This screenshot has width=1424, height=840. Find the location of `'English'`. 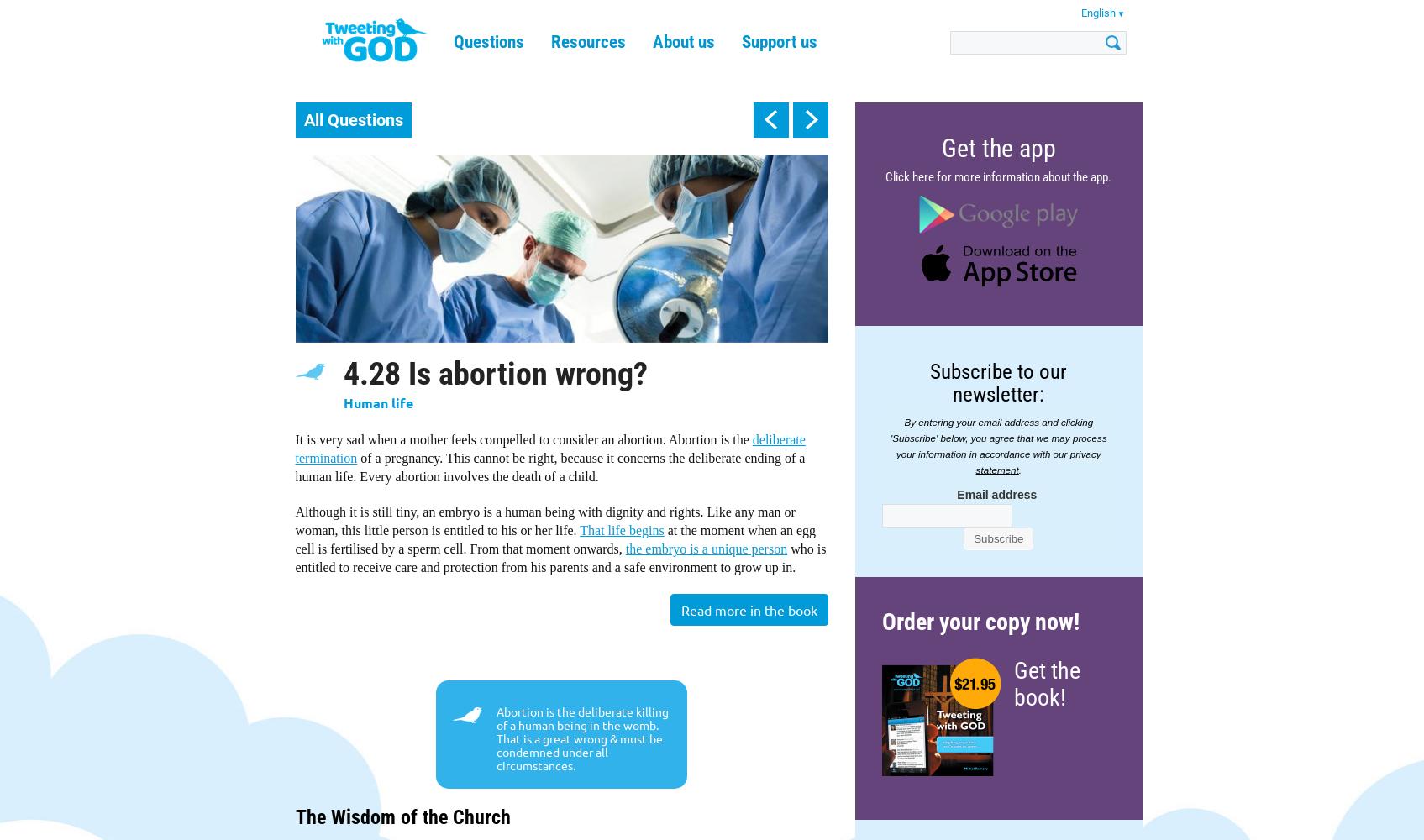

'English' is located at coordinates (1097, 13).